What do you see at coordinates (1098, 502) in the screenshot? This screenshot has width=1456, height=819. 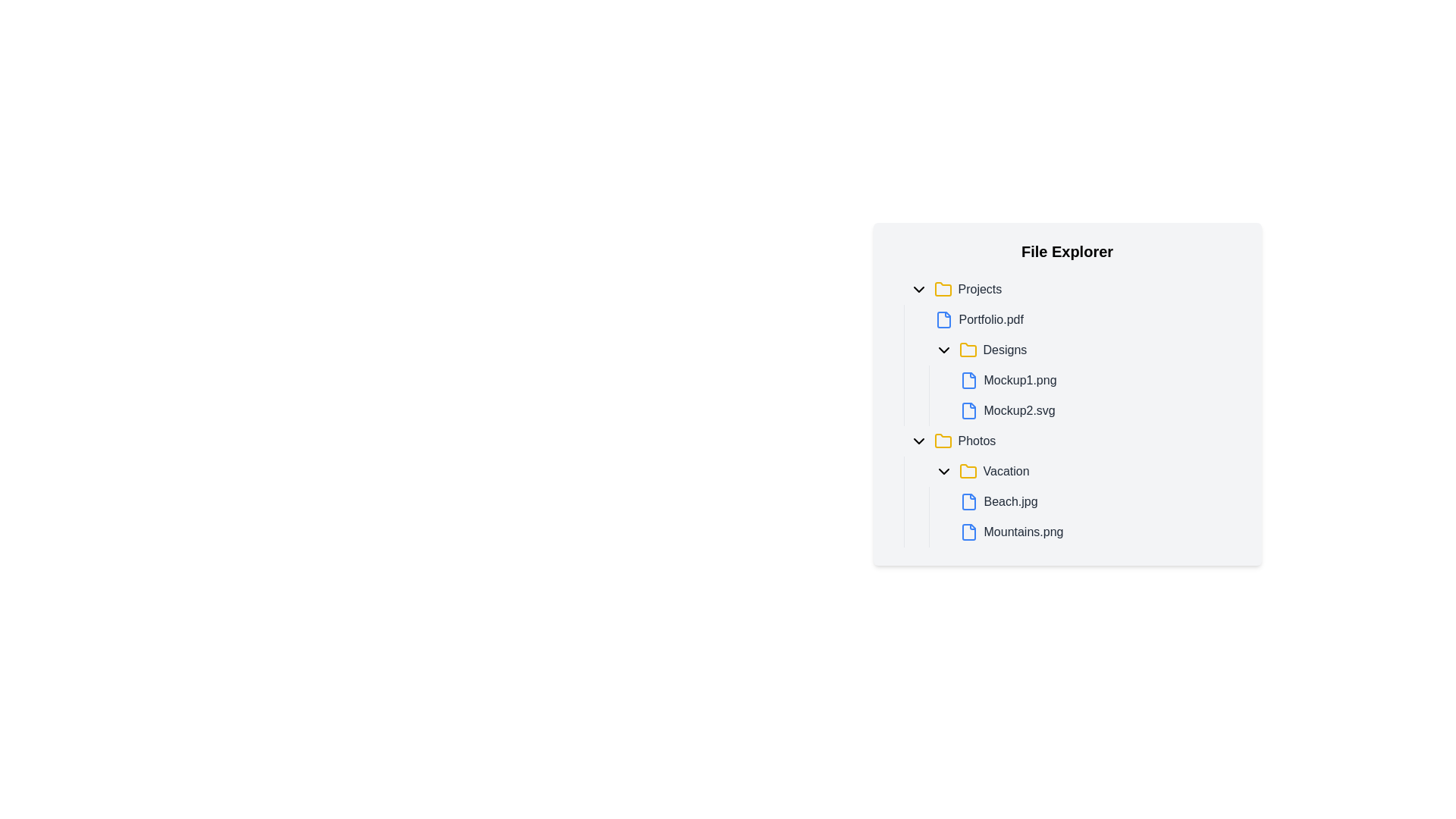 I see `the file labeled 'Beach.jpg' in the file list under the 'Vacation' folder` at bounding box center [1098, 502].